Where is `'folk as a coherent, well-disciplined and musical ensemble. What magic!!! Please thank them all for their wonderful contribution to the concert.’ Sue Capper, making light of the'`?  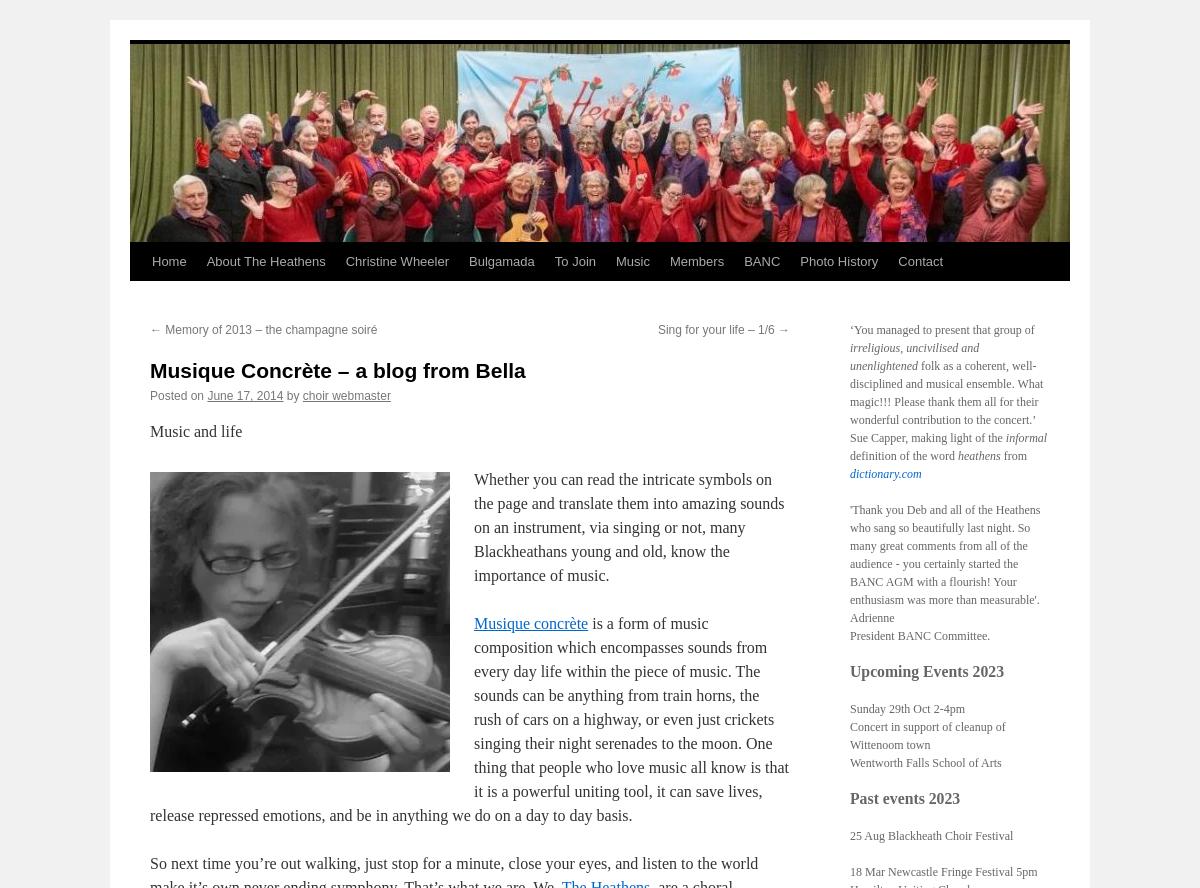 'folk as a coherent, well-disciplined and musical ensemble. What magic!!! Please thank them all for their wonderful contribution to the concert.’ Sue Capper, making light of the' is located at coordinates (946, 400).